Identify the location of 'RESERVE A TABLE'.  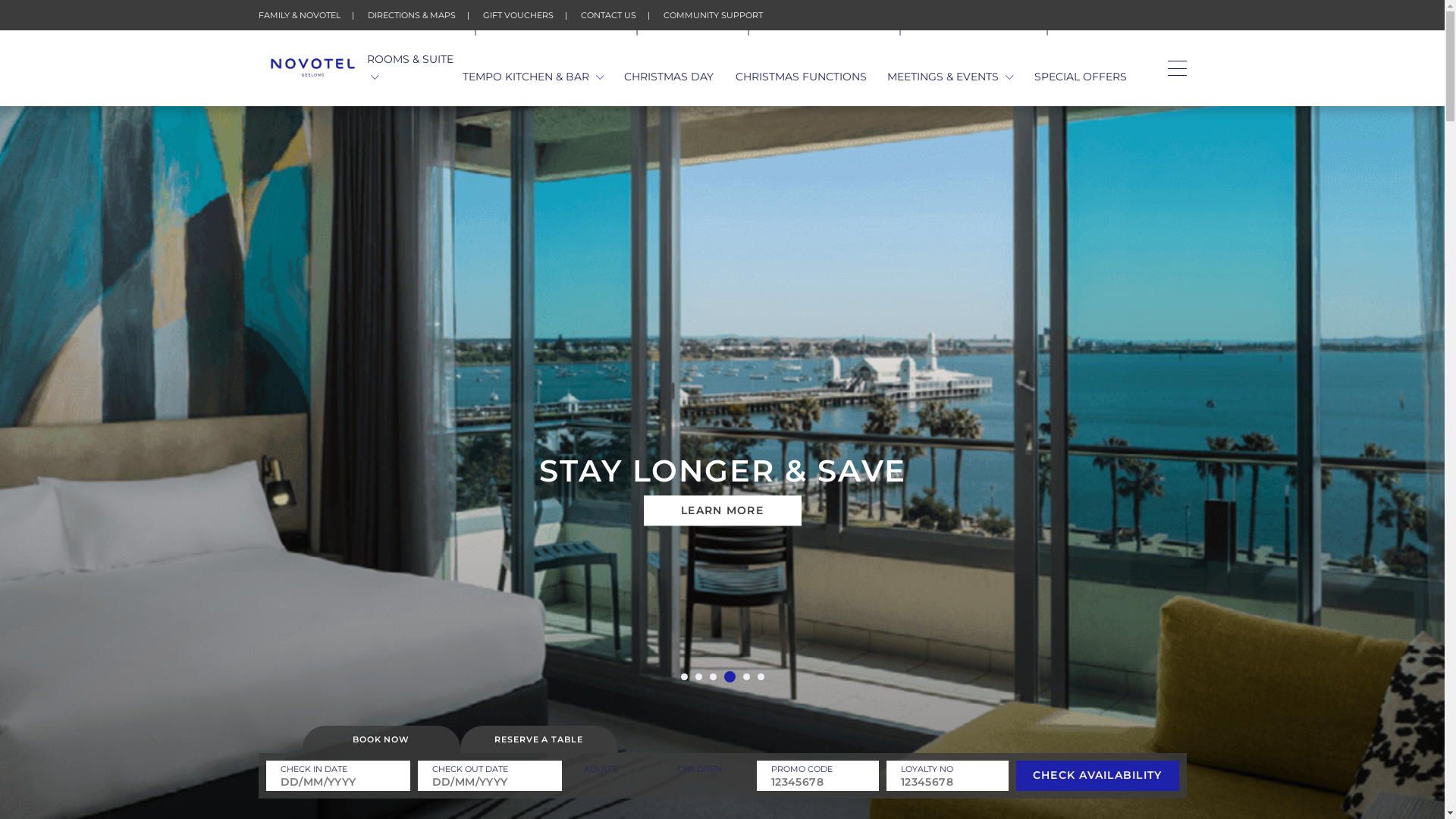
(538, 739).